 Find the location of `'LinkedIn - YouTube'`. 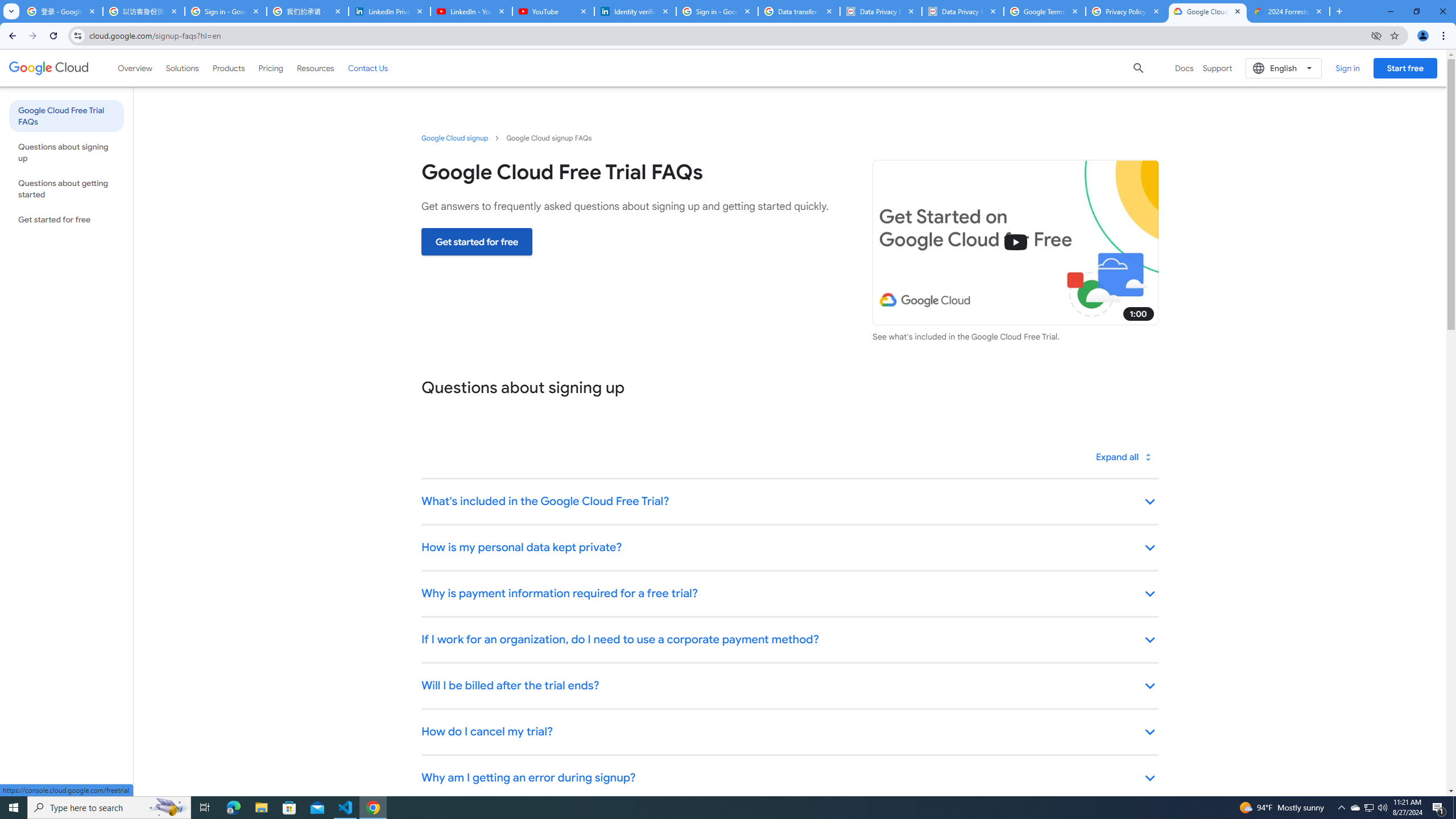

'LinkedIn - YouTube' is located at coordinates (470, 11).